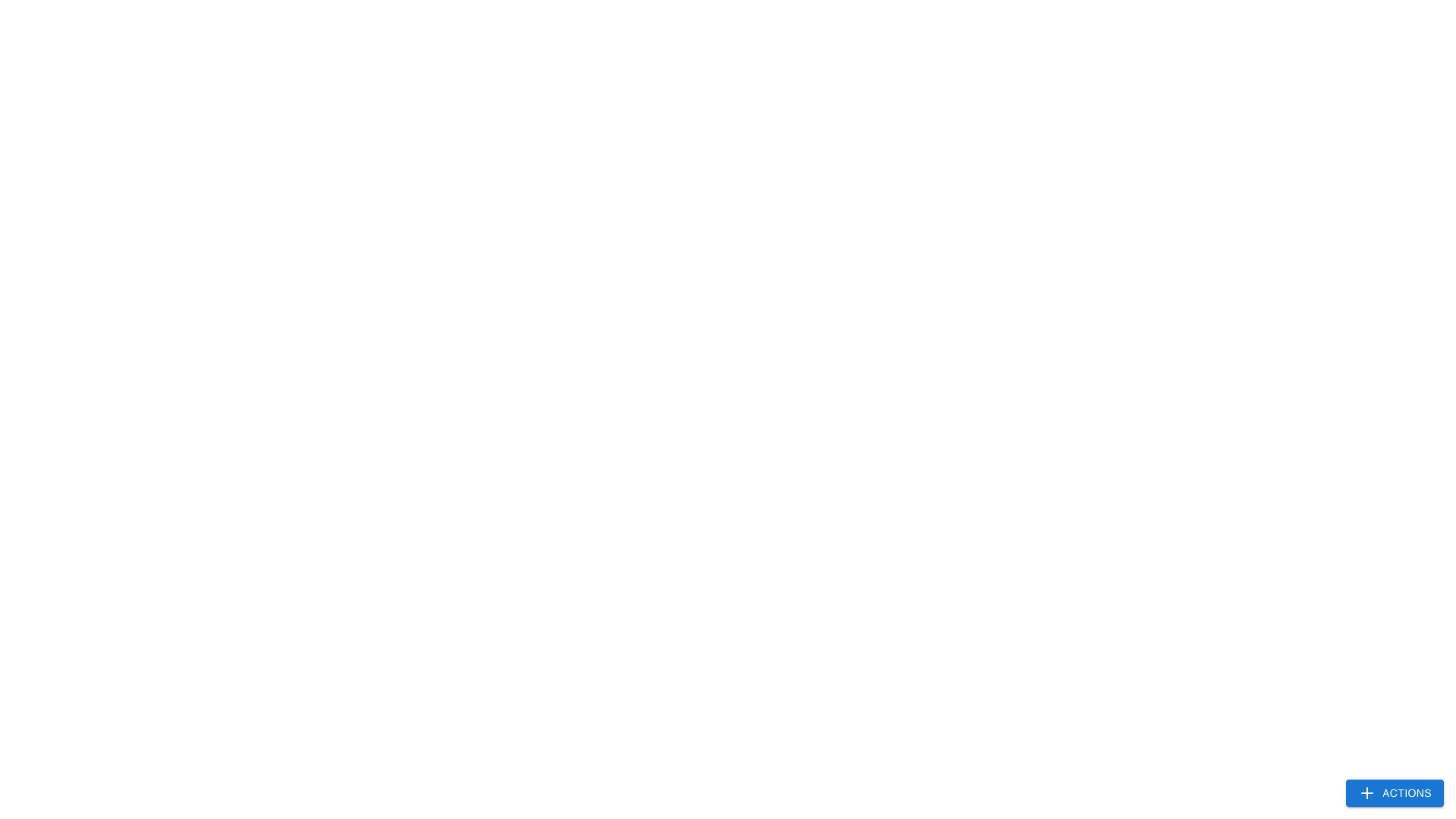 The image size is (1456, 819). Describe the element at coordinates (1395, 792) in the screenshot. I see `the solid blue rectangle button with a white '+' icon and the text 'ACTIONS' to invoke its action` at that location.